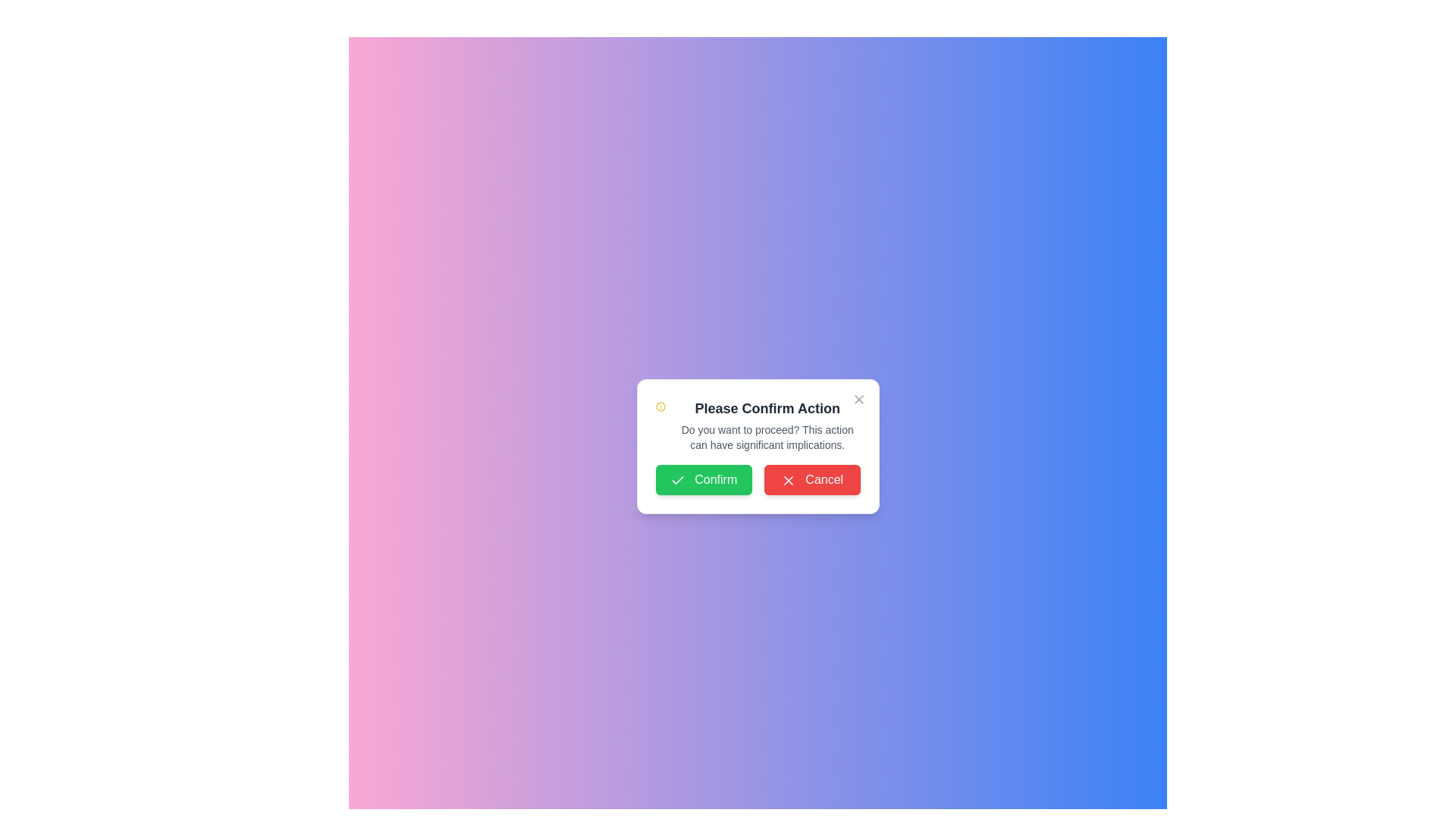  Describe the element at coordinates (676, 480) in the screenshot. I see `the Icon (SVG) indicating the purpose of the 'Confirm' button, which is located within the green 'Confirm' button at the bottom-left corner of the confirmation dialog box` at that location.